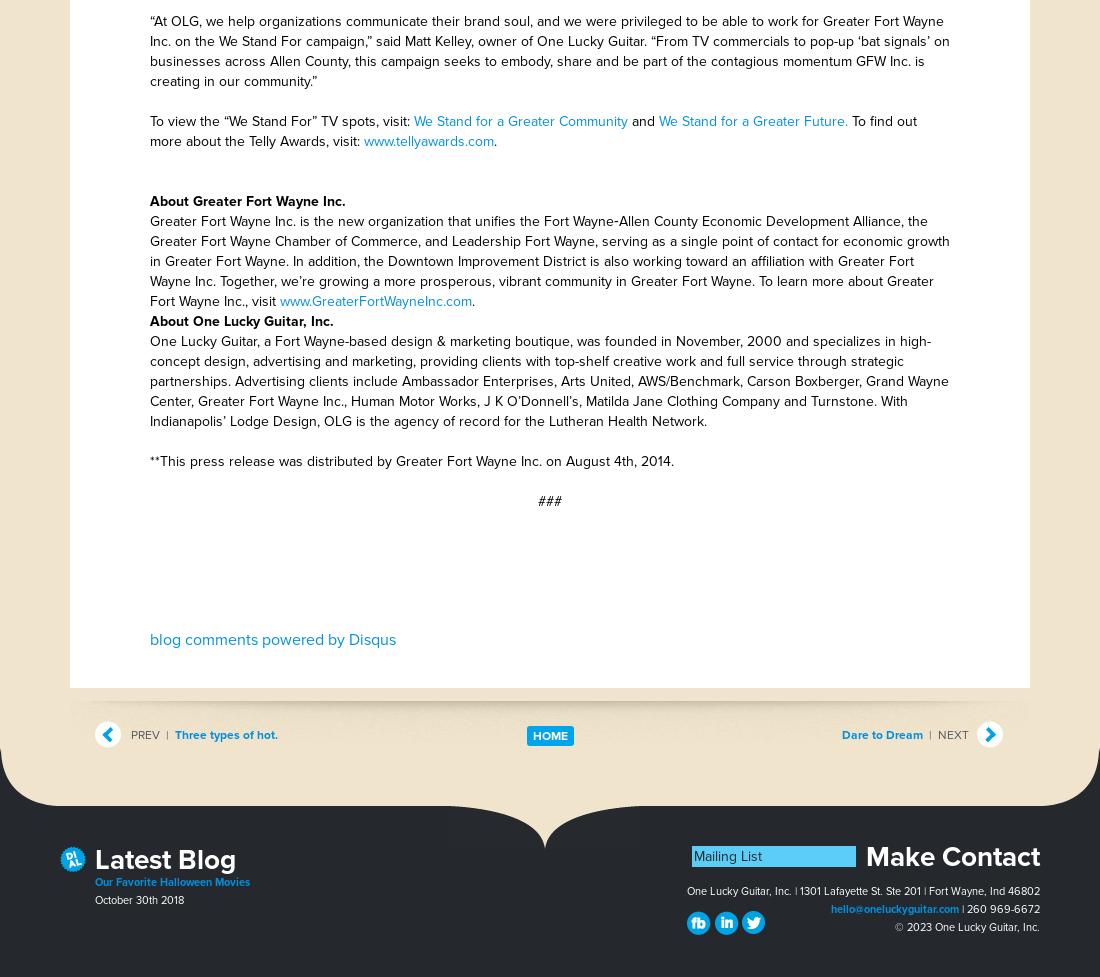 This screenshot has width=1100, height=977. What do you see at coordinates (538, 500) in the screenshot?
I see `'###'` at bounding box center [538, 500].